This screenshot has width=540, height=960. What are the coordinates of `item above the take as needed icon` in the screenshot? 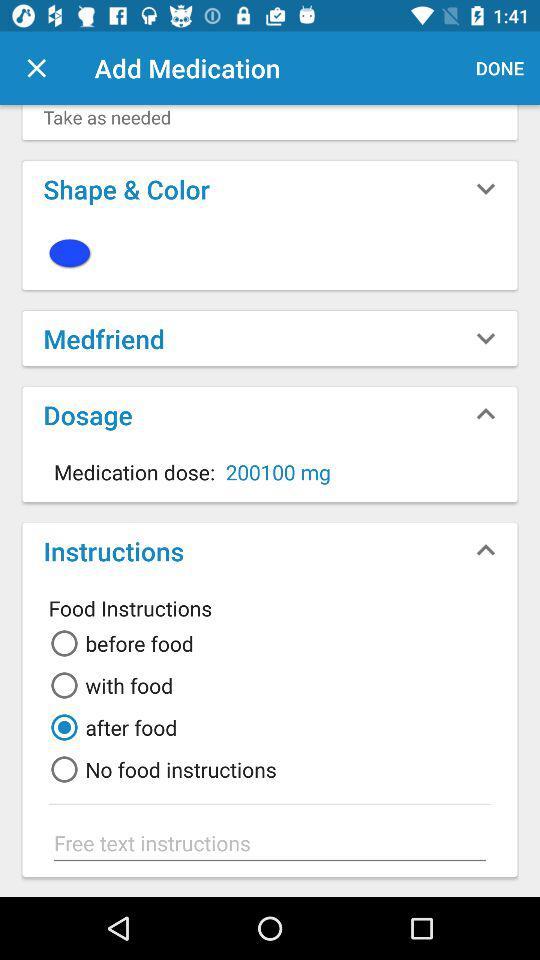 It's located at (36, 68).